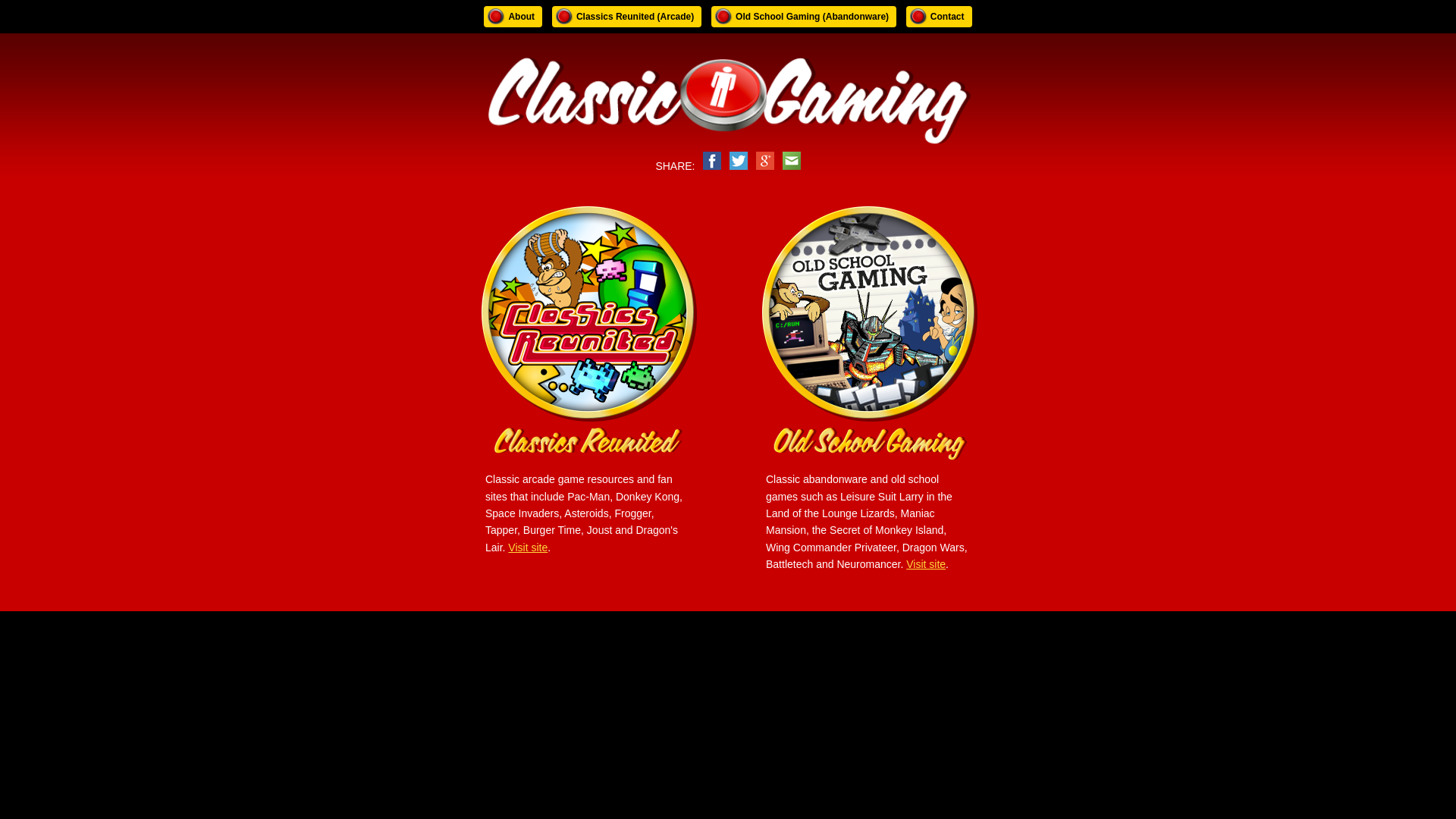 This screenshot has height=819, width=1456. Describe the element at coordinates (924, 564) in the screenshot. I see `'Visit site'` at that location.